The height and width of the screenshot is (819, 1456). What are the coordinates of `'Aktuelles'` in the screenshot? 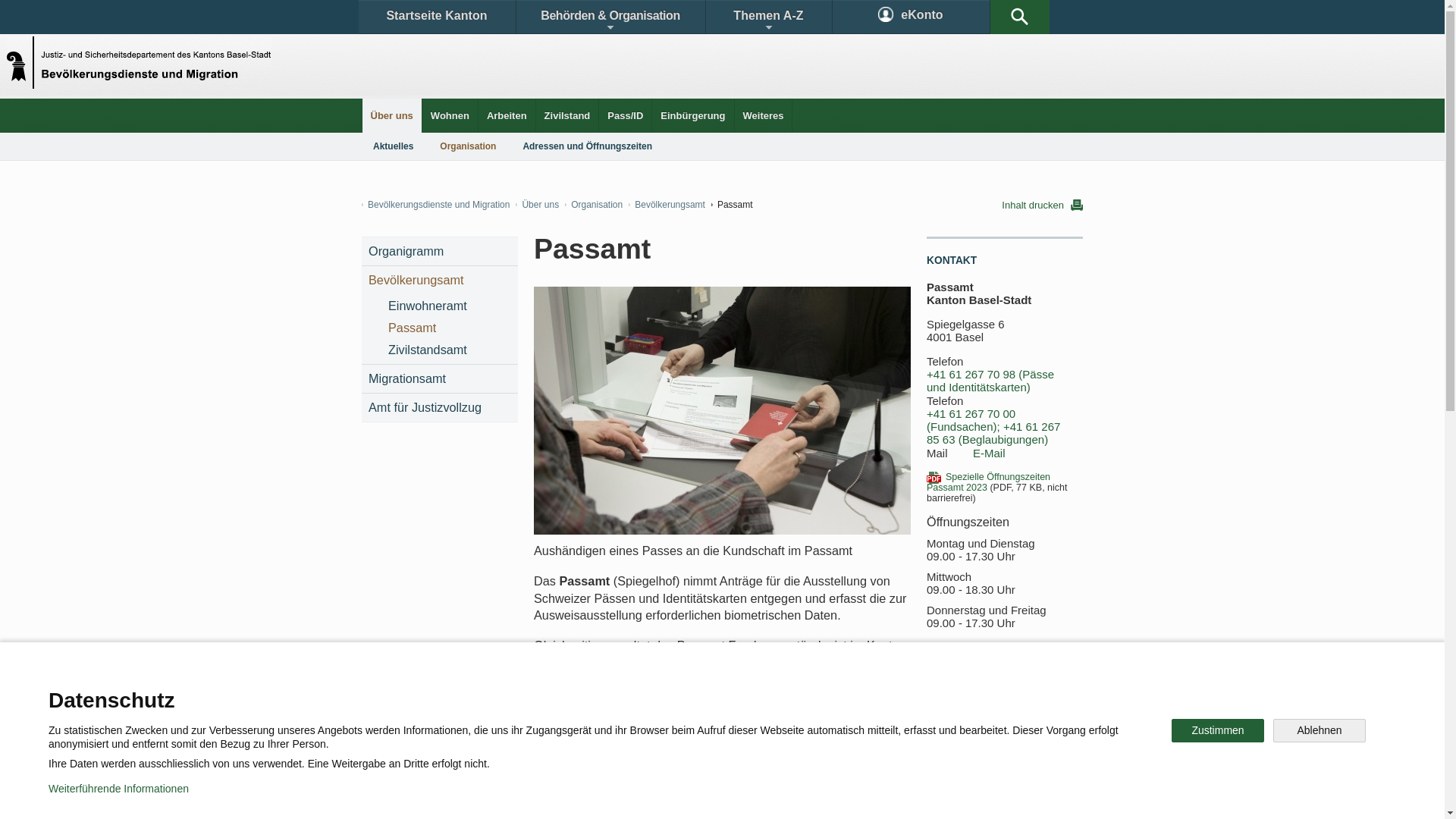 It's located at (393, 146).